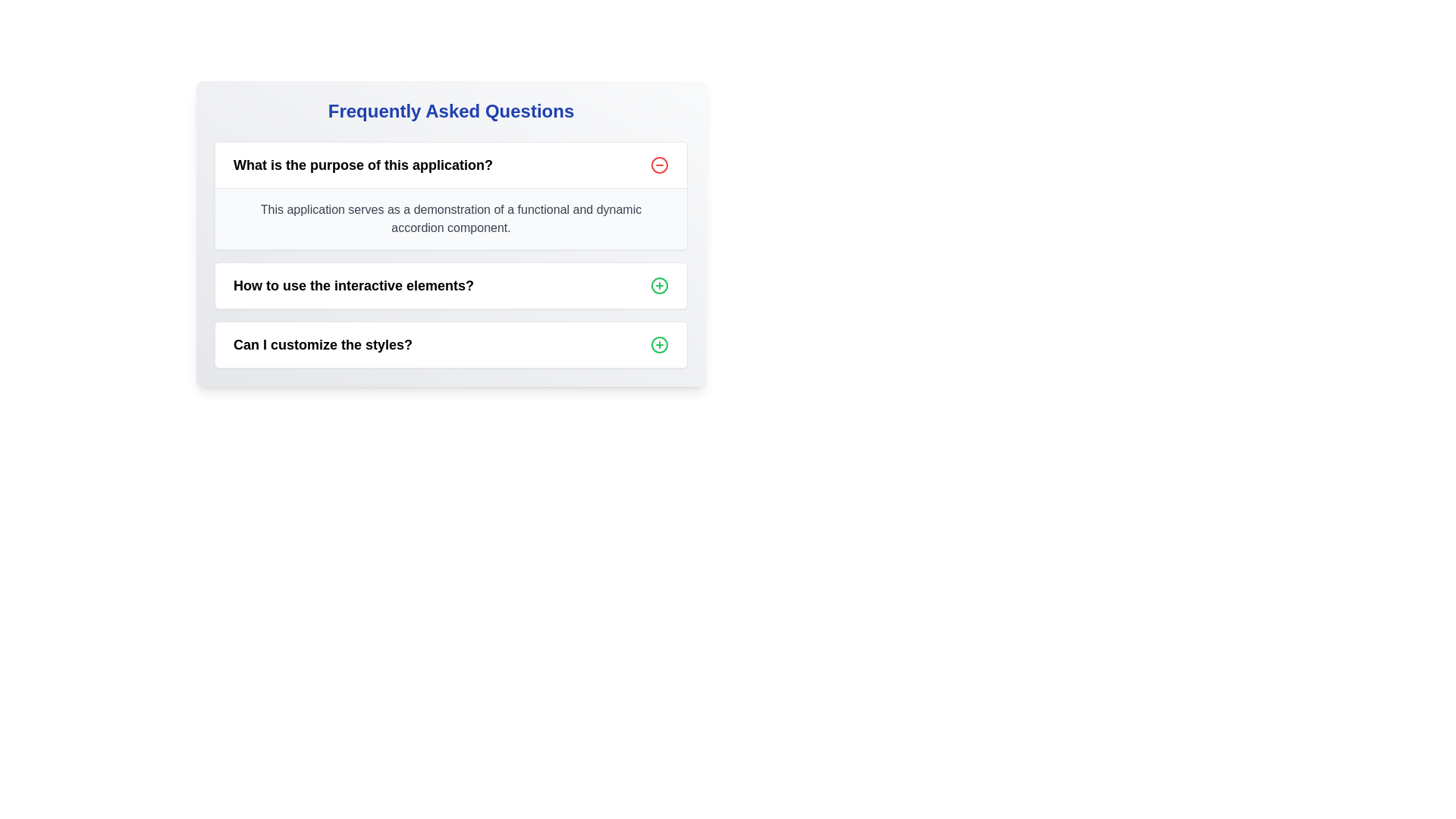 The height and width of the screenshot is (819, 1456). I want to click on the FAQ section title label that introduces the following explanation or content, located at the top of the FAQ section, centered horizontally, so click(362, 165).